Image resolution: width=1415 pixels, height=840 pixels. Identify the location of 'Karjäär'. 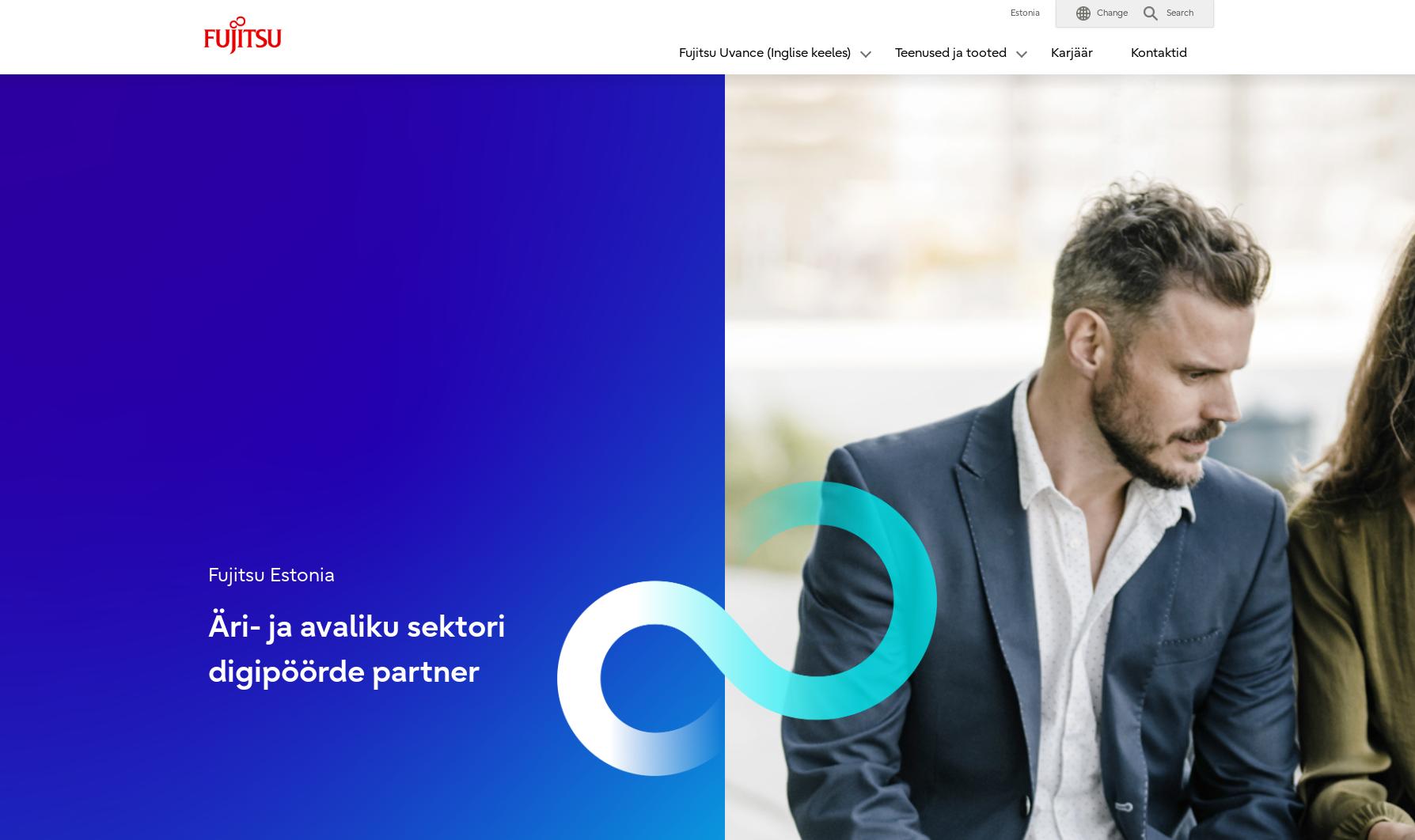
(1072, 53).